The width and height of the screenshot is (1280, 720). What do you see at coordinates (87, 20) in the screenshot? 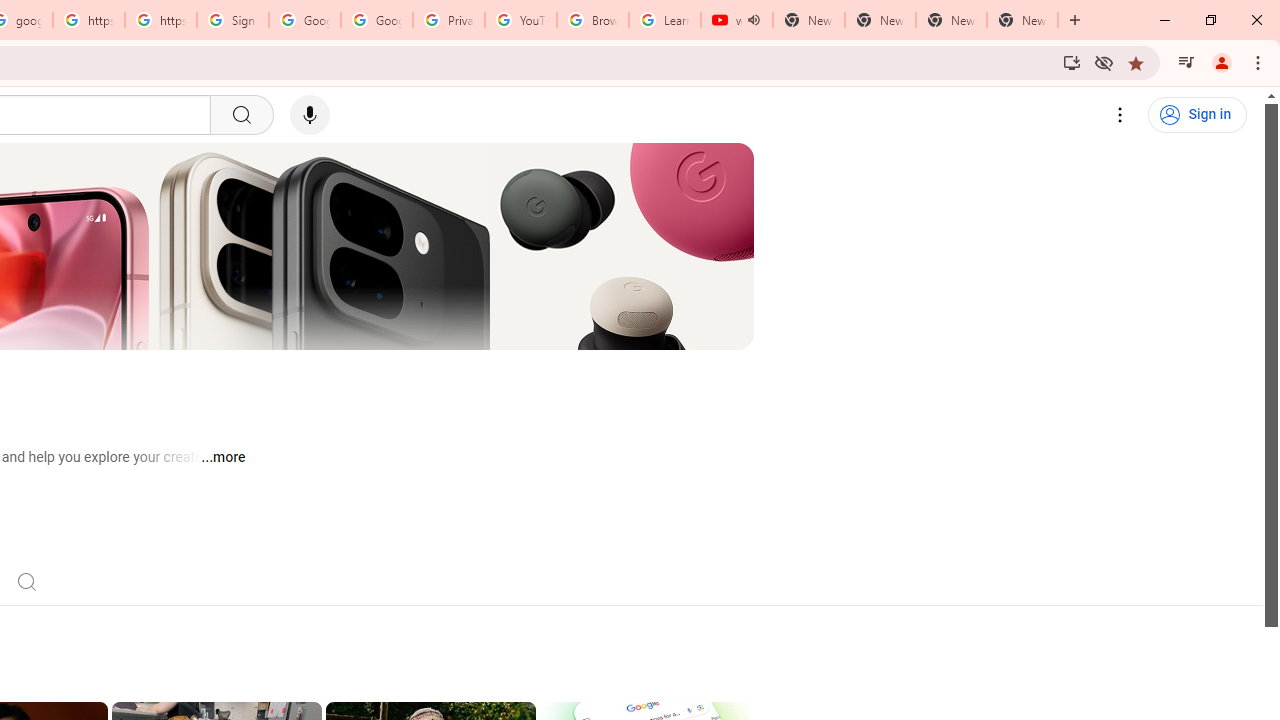
I see `'https://scholar.google.com/'` at bounding box center [87, 20].